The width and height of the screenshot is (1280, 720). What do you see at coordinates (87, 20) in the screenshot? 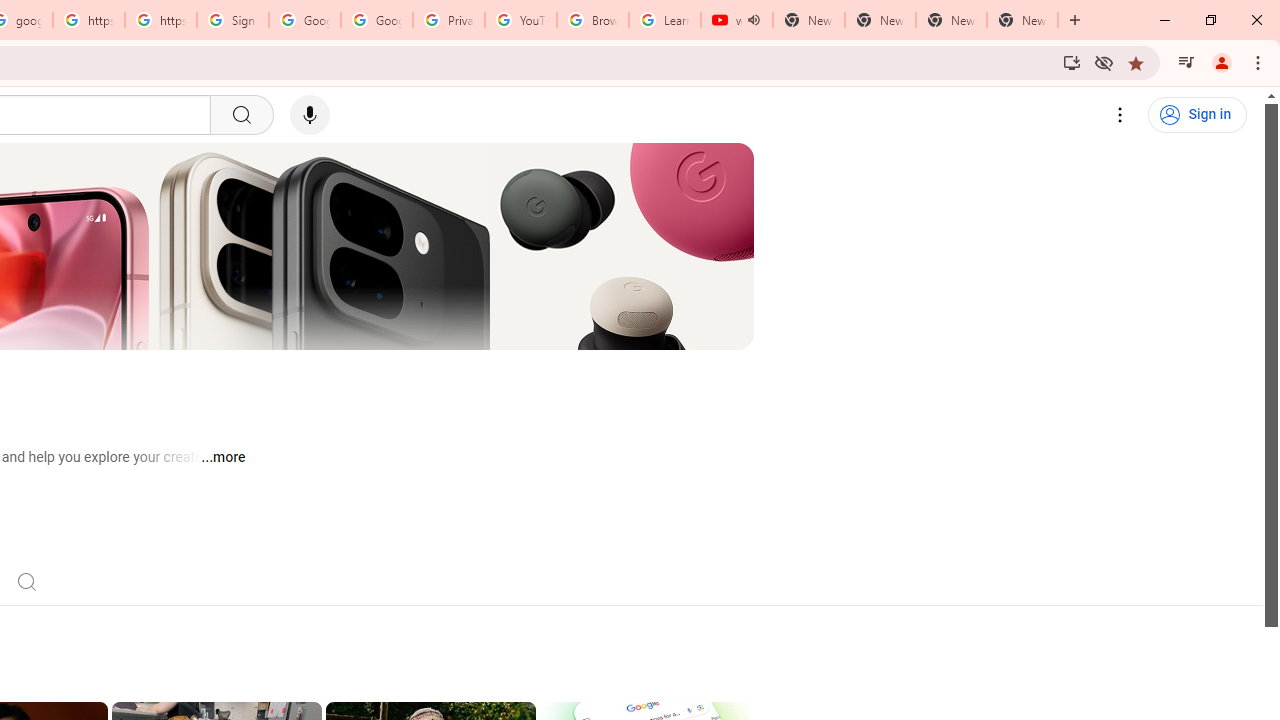
I see `'https://scholar.google.com/'` at bounding box center [87, 20].